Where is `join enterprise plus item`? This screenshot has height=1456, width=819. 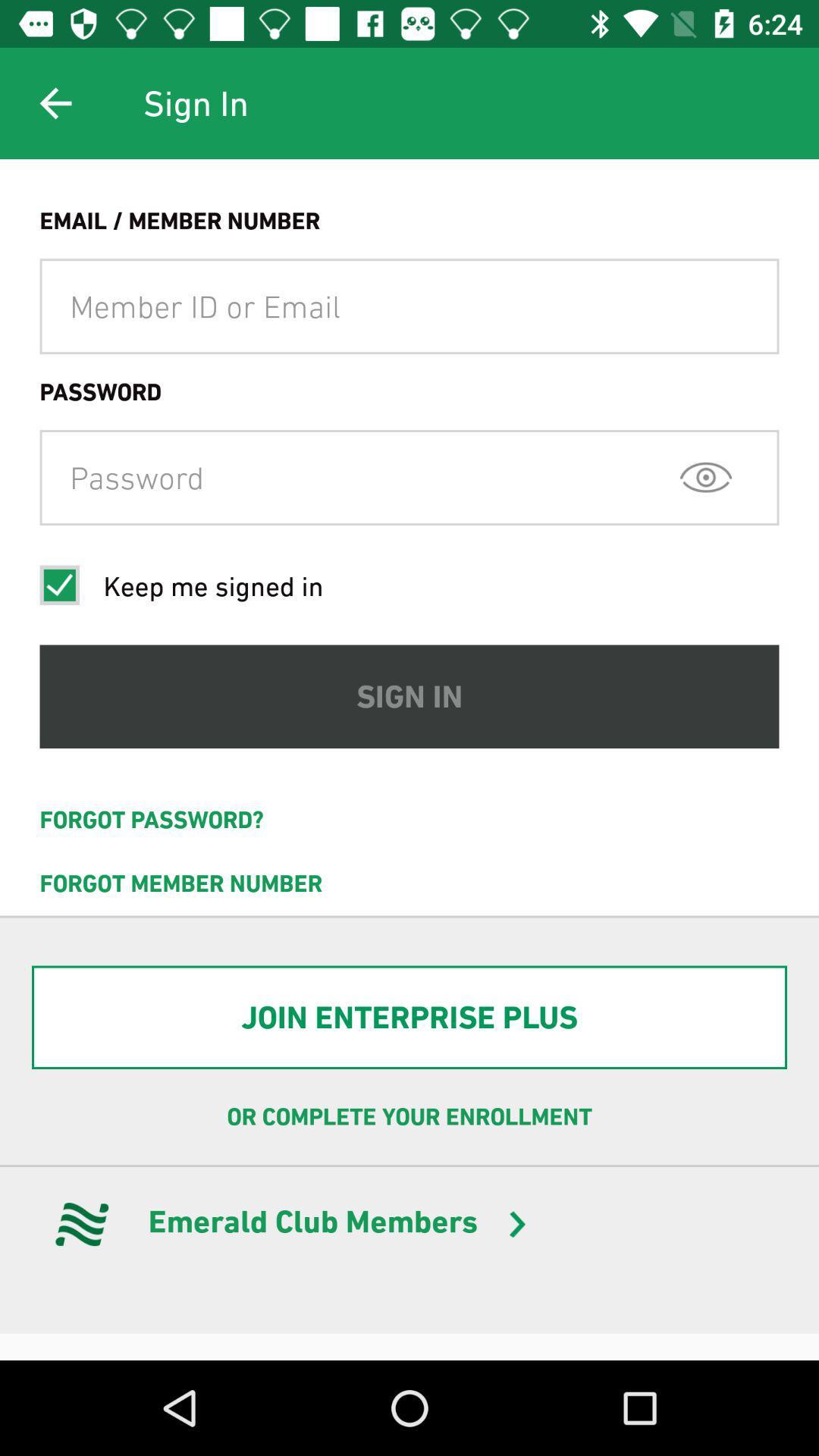
join enterprise plus item is located at coordinates (409, 1017).